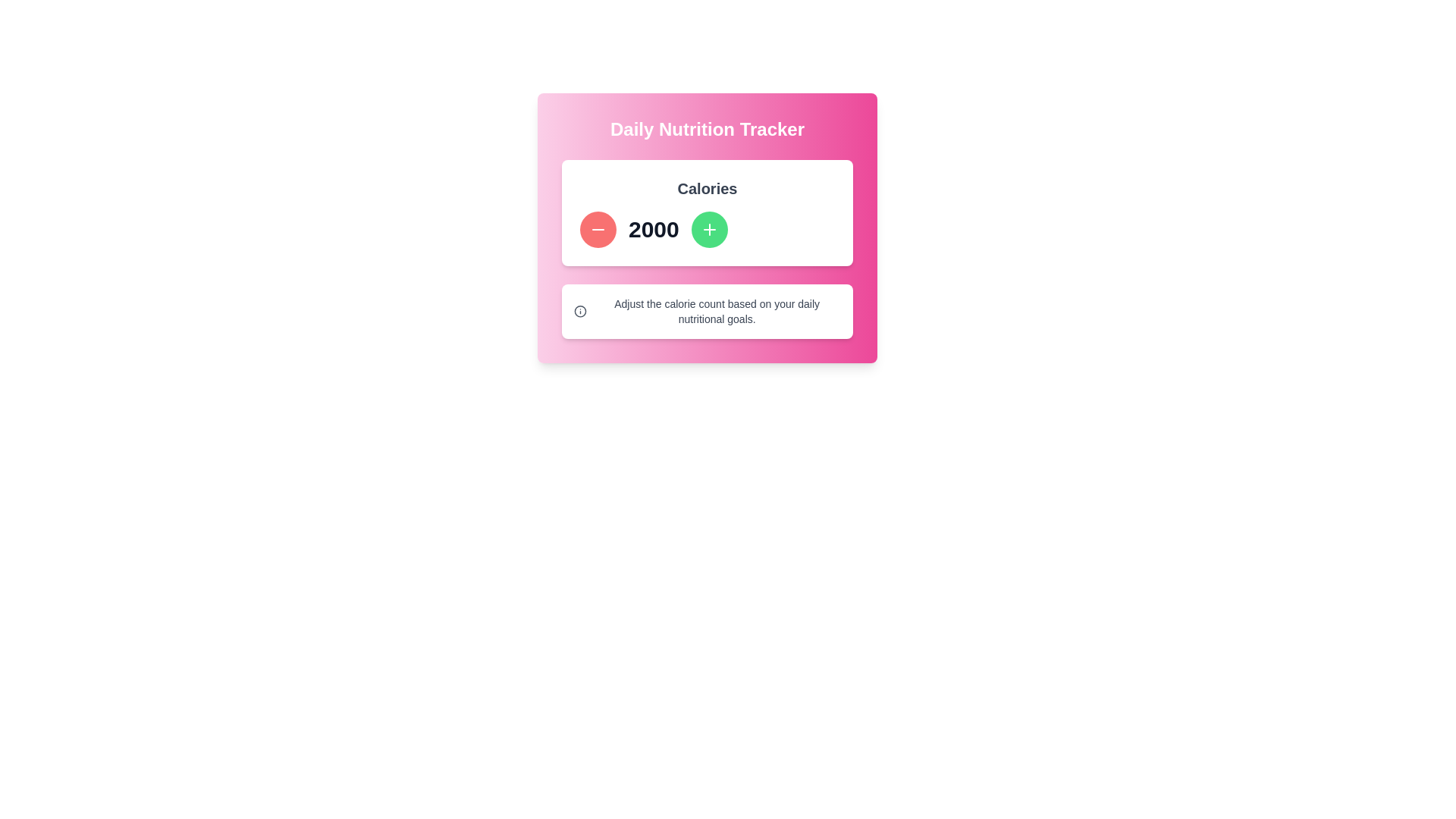 This screenshot has height=819, width=1456. Describe the element at coordinates (706, 230) in the screenshot. I see `the plus button to increase the value displayed in the central numerical display of the composite component located below the title 'Calories'` at that location.